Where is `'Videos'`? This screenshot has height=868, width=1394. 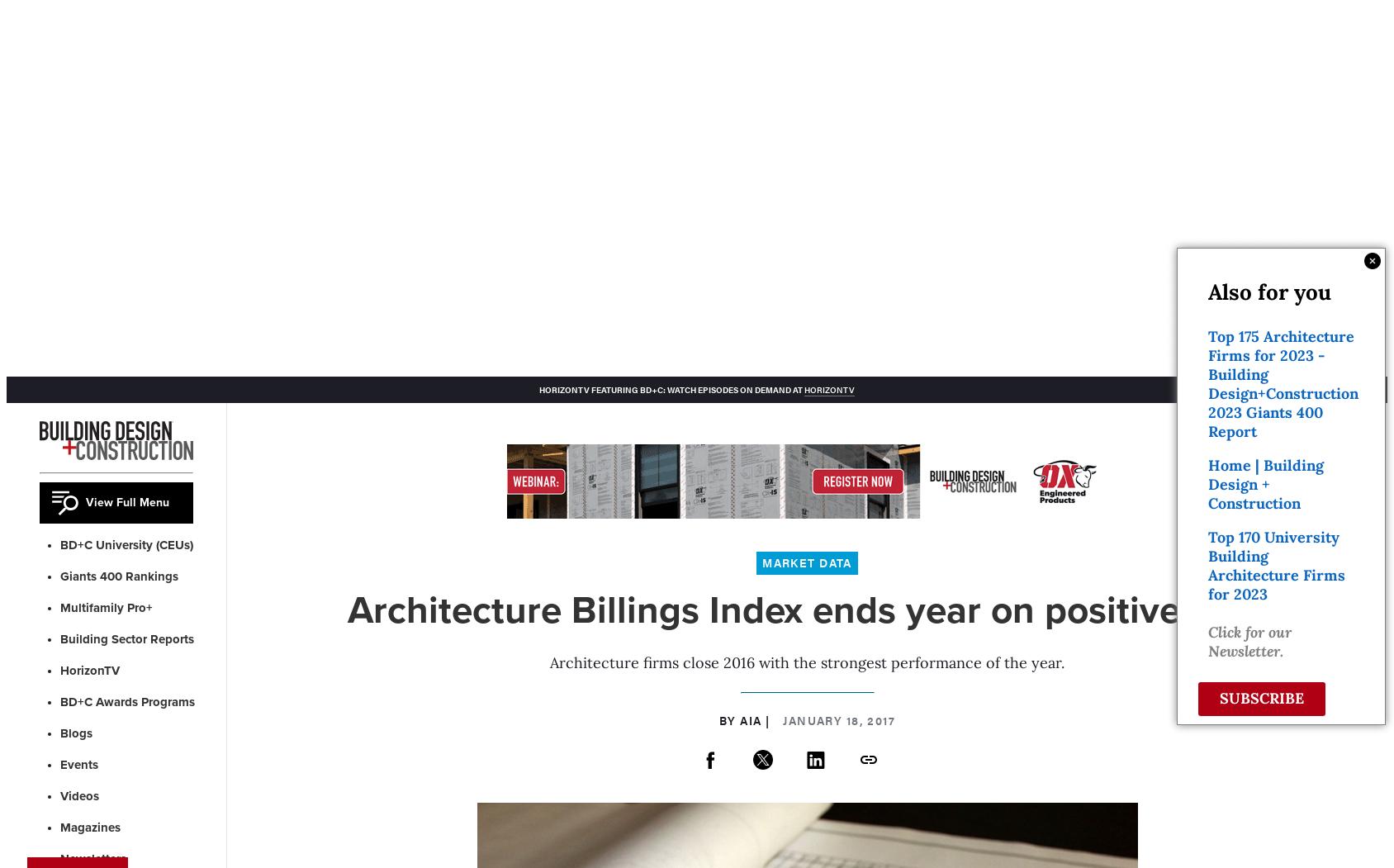 'Videos' is located at coordinates (78, 794).